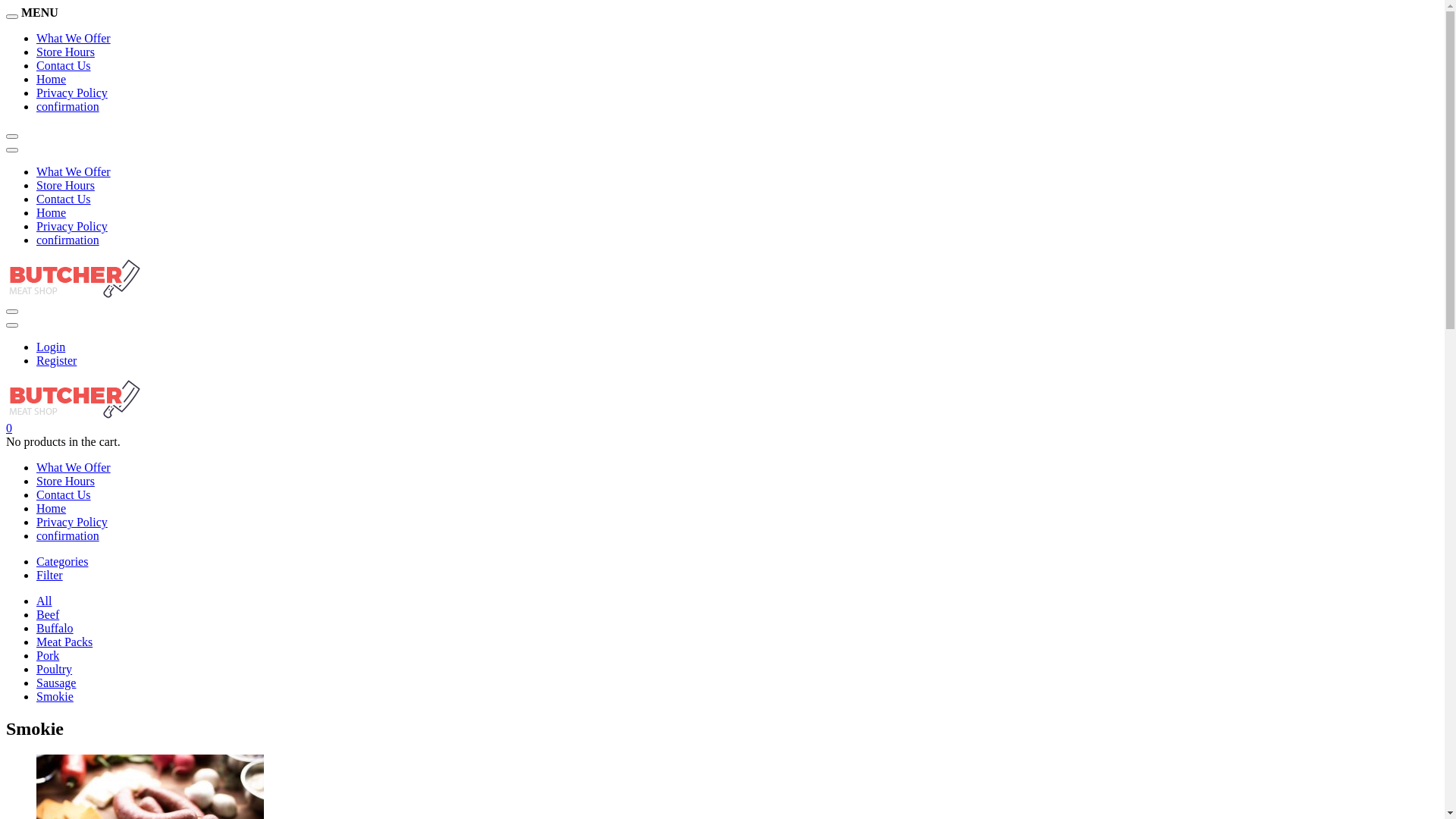 The width and height of the screenshot is (1456, 819). I want to click on 'Home', so click(51, 508).